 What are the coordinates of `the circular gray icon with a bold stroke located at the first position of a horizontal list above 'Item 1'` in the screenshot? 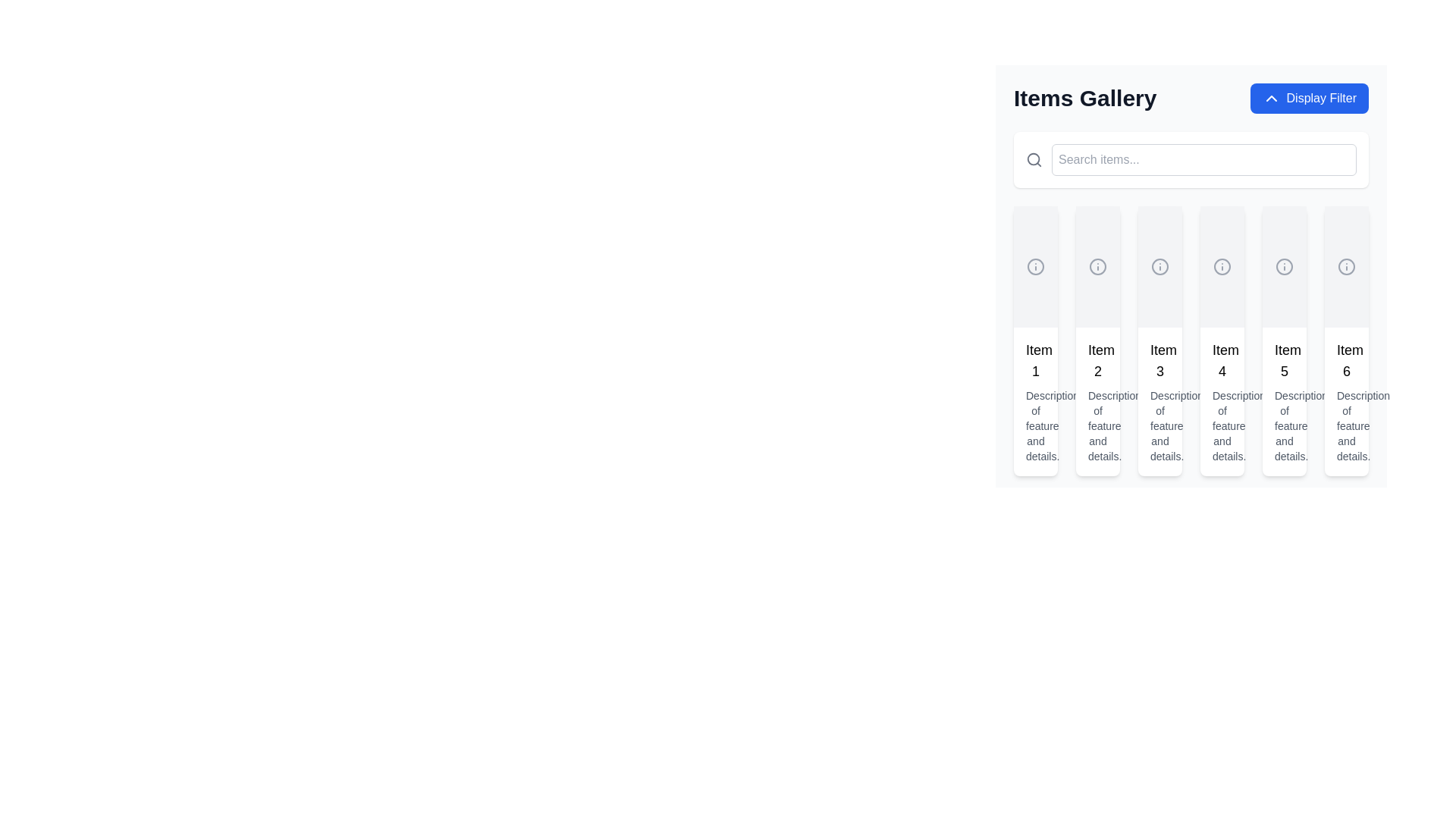 It's located at (1035, 265).